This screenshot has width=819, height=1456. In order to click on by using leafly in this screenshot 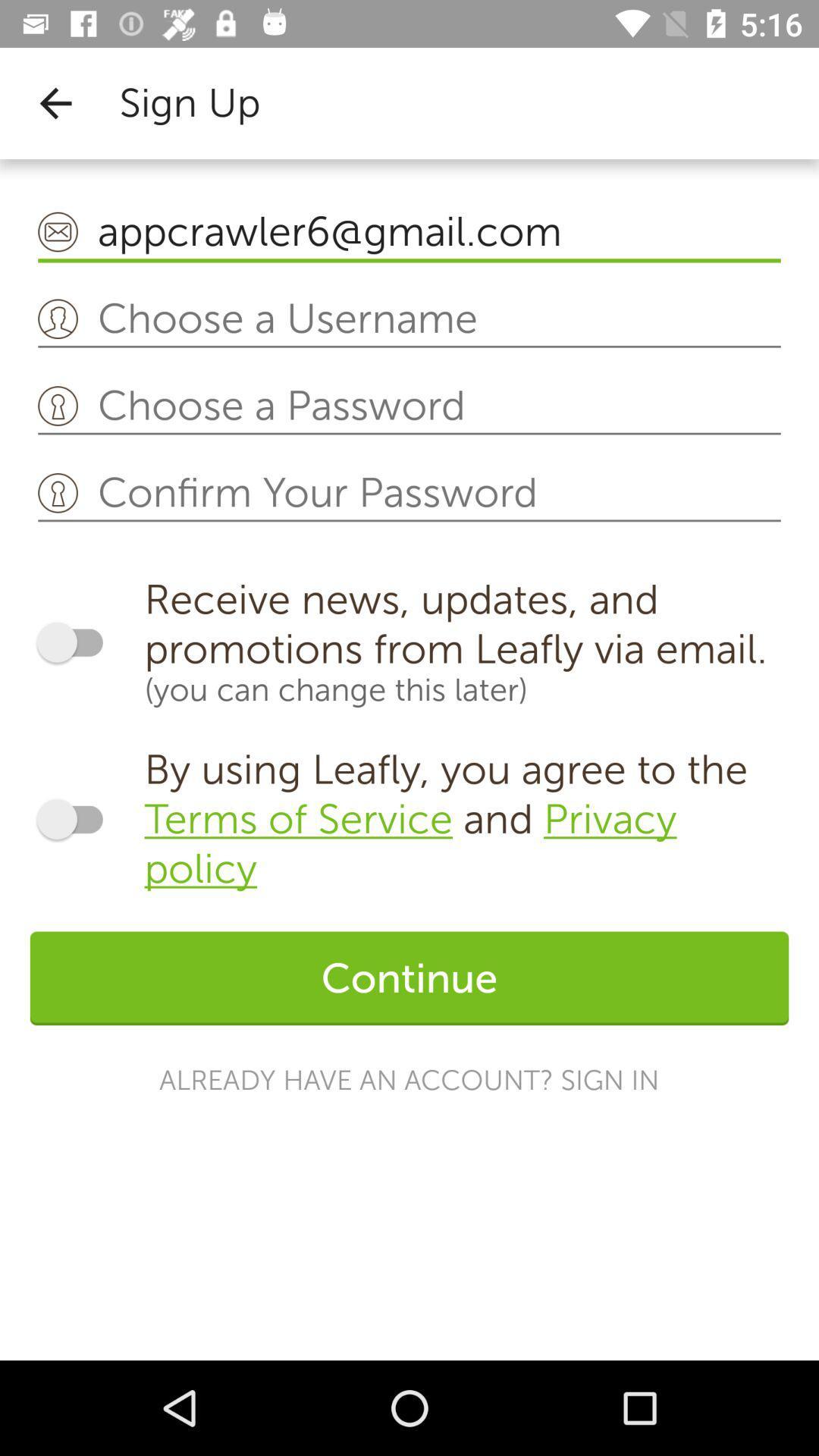, I will do `click(466, 818)`.